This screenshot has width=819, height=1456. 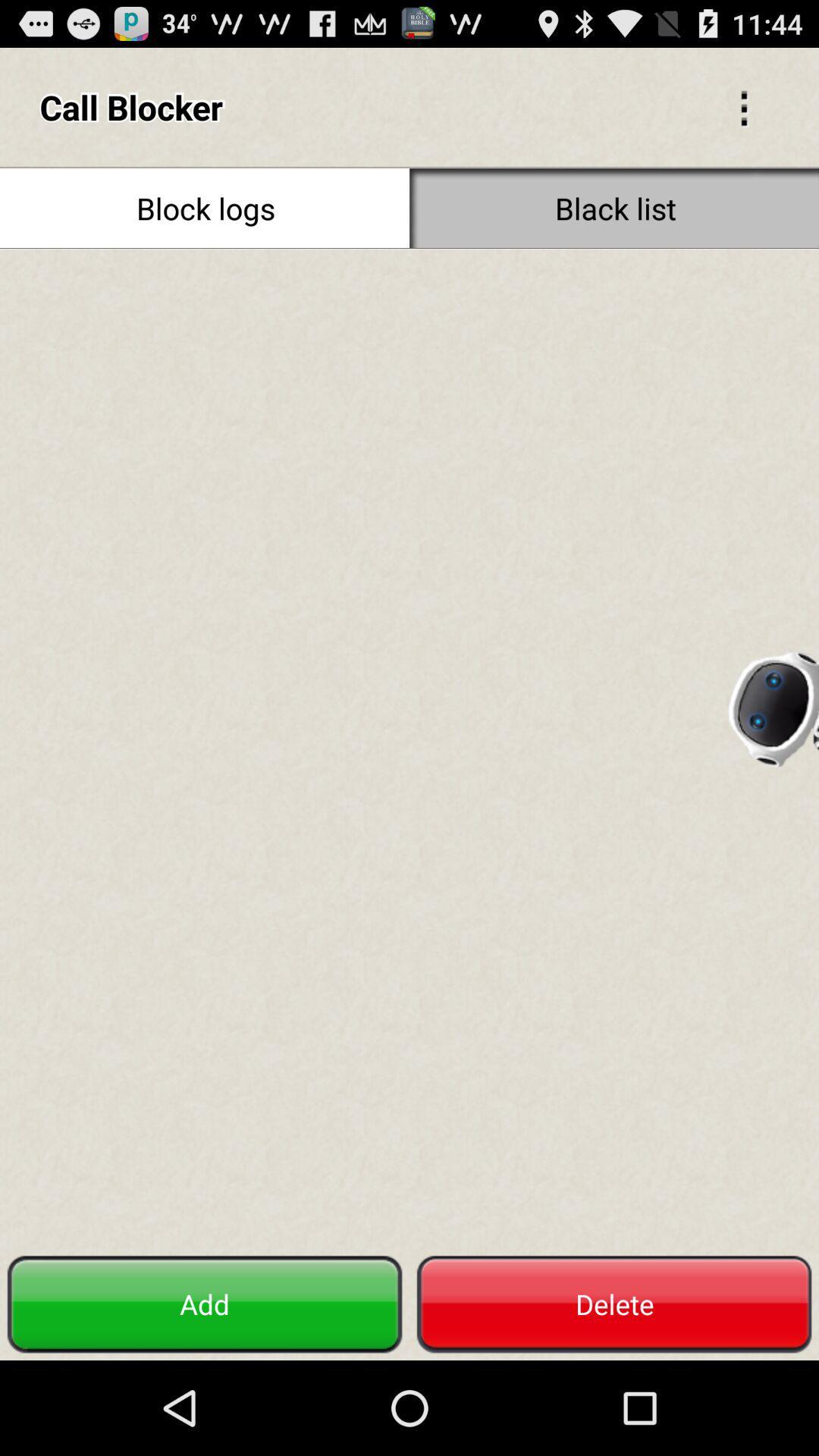 What do you see at coordinates (614, 1304) in the screenshot?
I see `the item to the right of the add button` at bounding box center [614, 1304].